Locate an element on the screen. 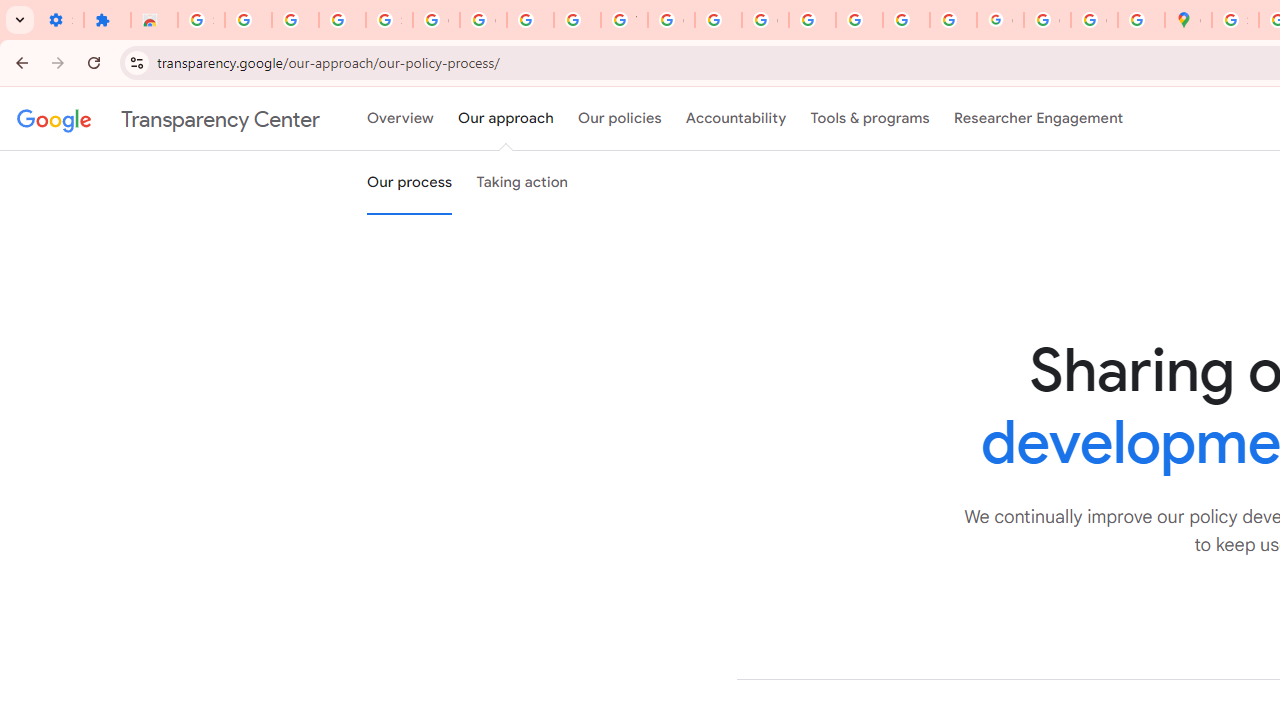 This screenshot has height=720, width=1280. 'Taking action' is located at coordinates (522, 183).